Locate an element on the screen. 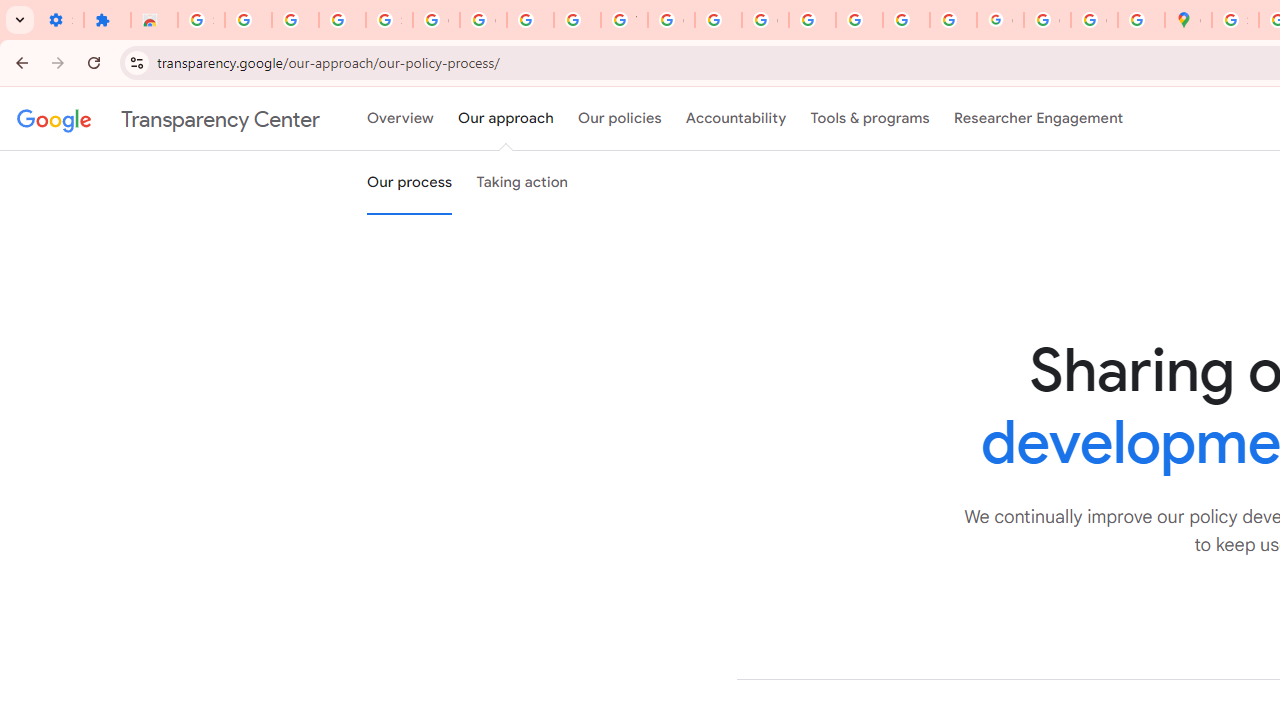 This screenshot has height=720, width=1280. 'Taking action' is located at coordinates (522, 183).